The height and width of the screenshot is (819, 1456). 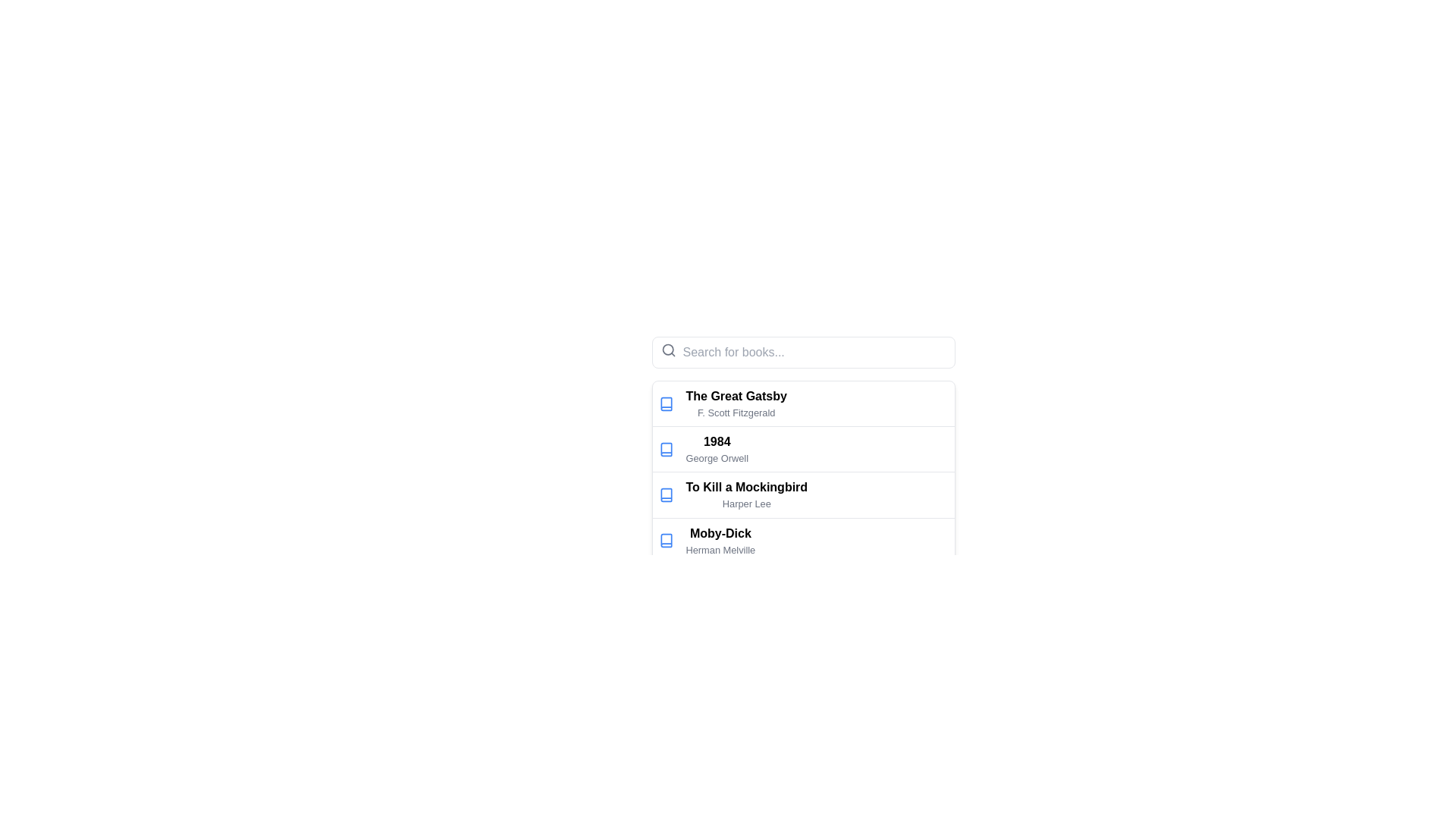 What do you see at coordinates (802, 494) in the screenshot?
I see `the third item in the list of books, which provides the title and author for selection` at bounding box center [802, 494].